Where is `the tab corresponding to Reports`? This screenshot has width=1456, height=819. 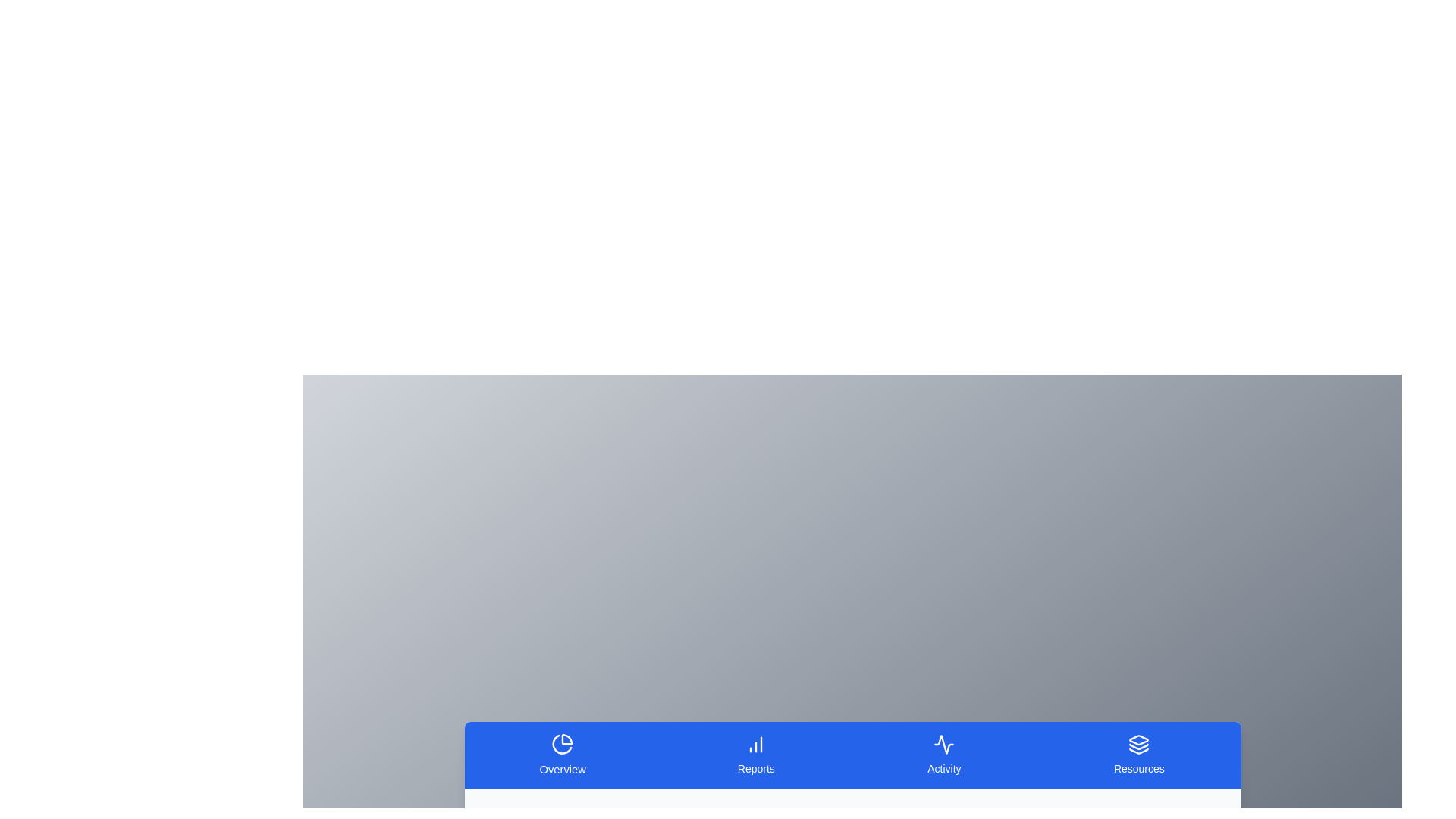
the tab corresponding to Reports is located at coordinates (756, 755).